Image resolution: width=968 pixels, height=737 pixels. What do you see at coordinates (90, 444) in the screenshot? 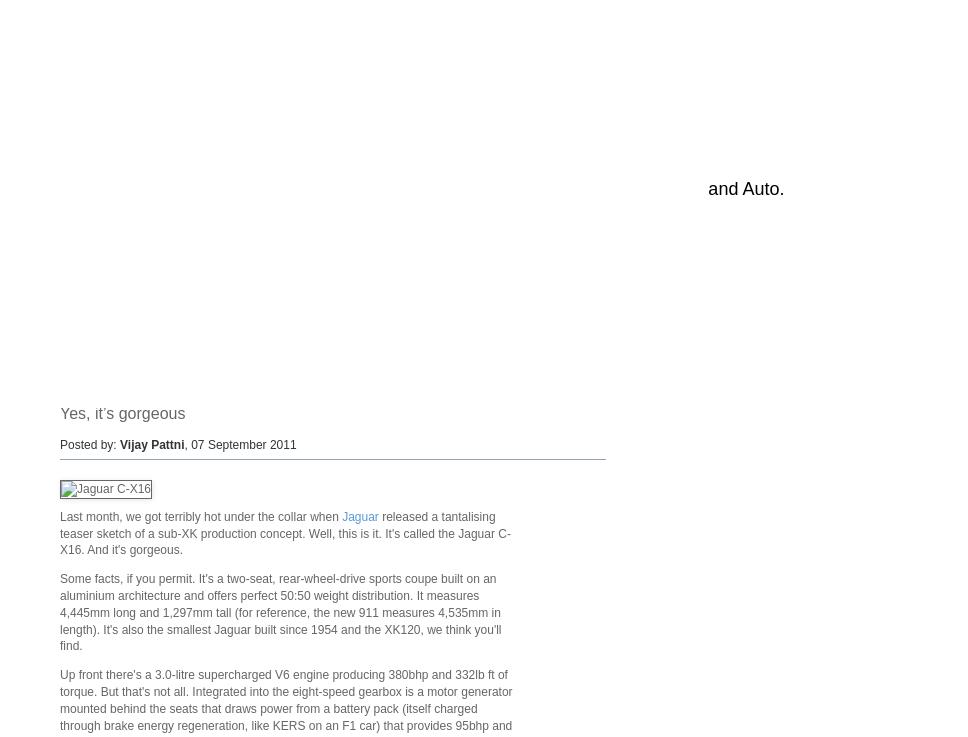
I see `'Posted by:'` at bounding box center [90, 444].